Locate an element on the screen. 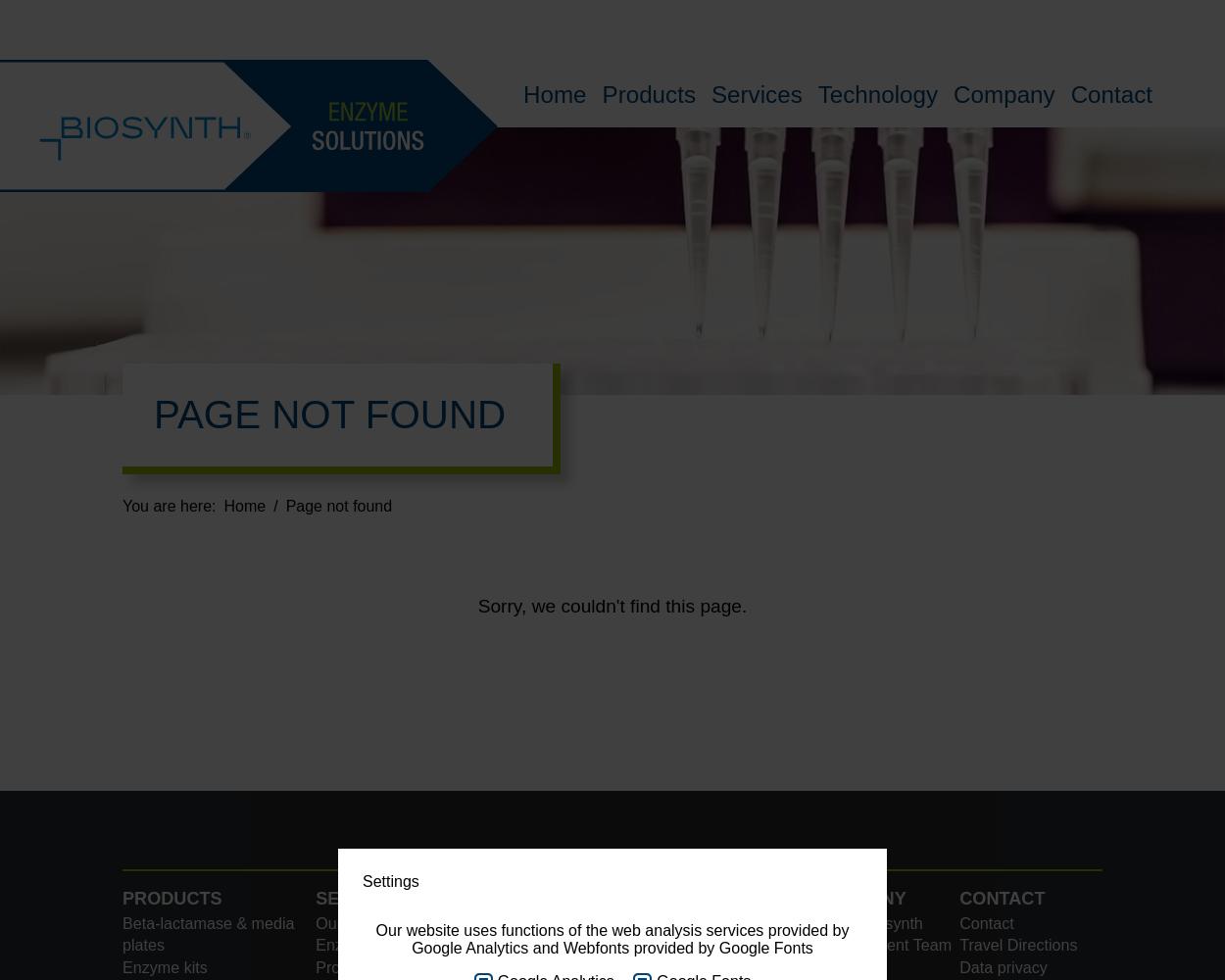  'Enzyme identification' is located at coordinates (390, 944).